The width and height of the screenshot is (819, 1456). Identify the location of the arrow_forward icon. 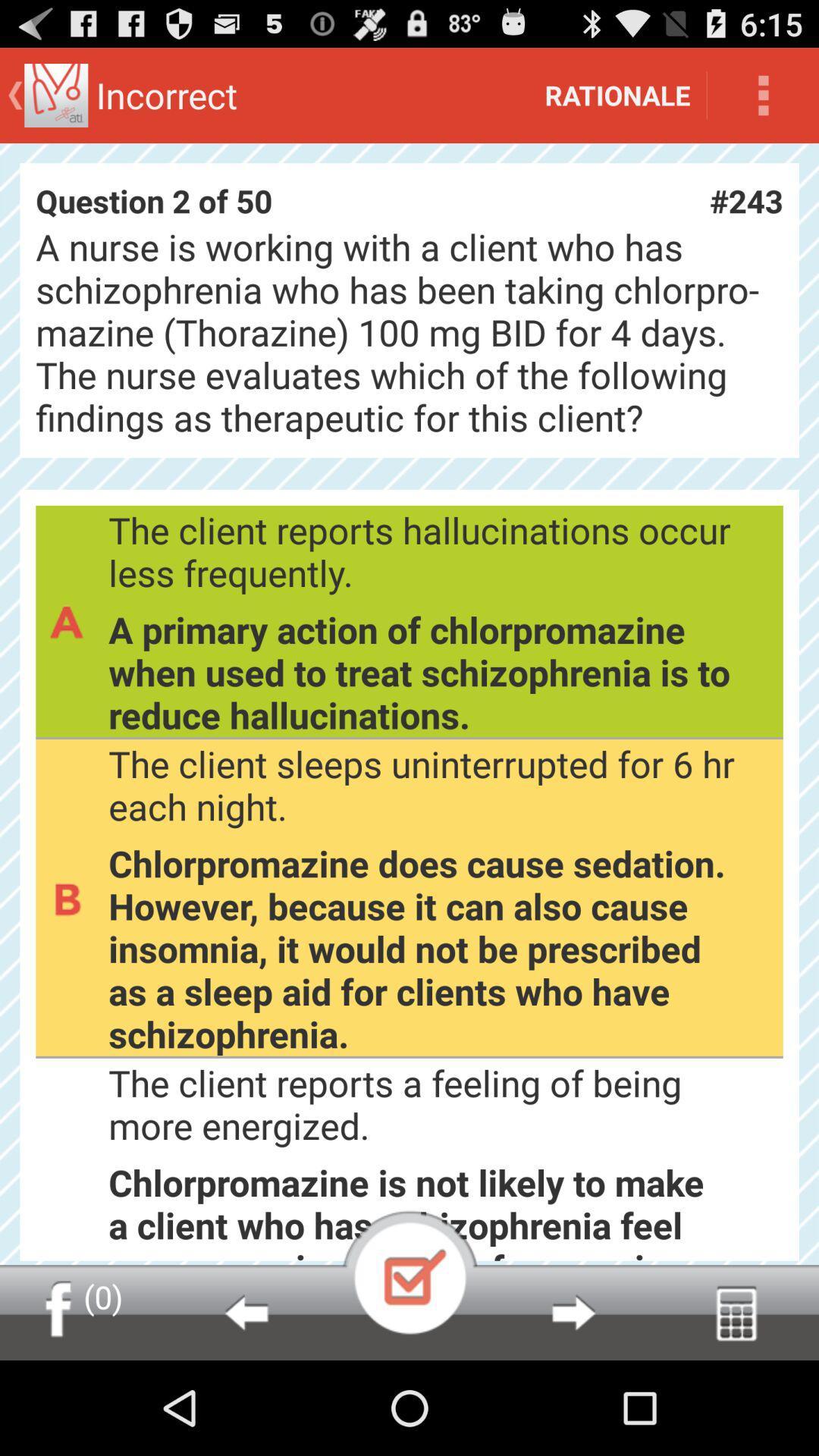
(573, 1404).